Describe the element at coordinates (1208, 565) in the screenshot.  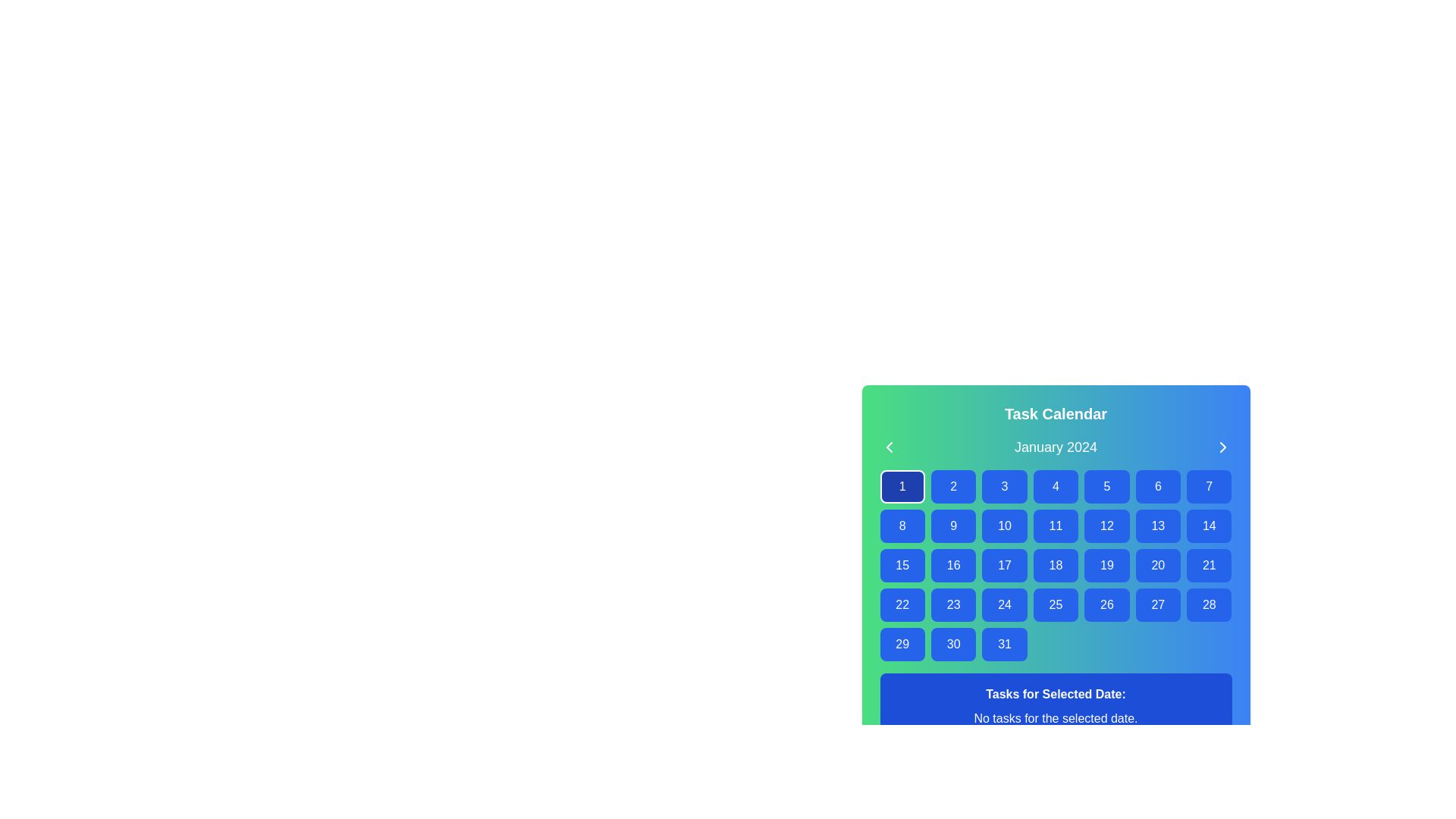
I see `the calendar date button for the date '21' located in the third row and seventh column of the calendar grid` at that location.